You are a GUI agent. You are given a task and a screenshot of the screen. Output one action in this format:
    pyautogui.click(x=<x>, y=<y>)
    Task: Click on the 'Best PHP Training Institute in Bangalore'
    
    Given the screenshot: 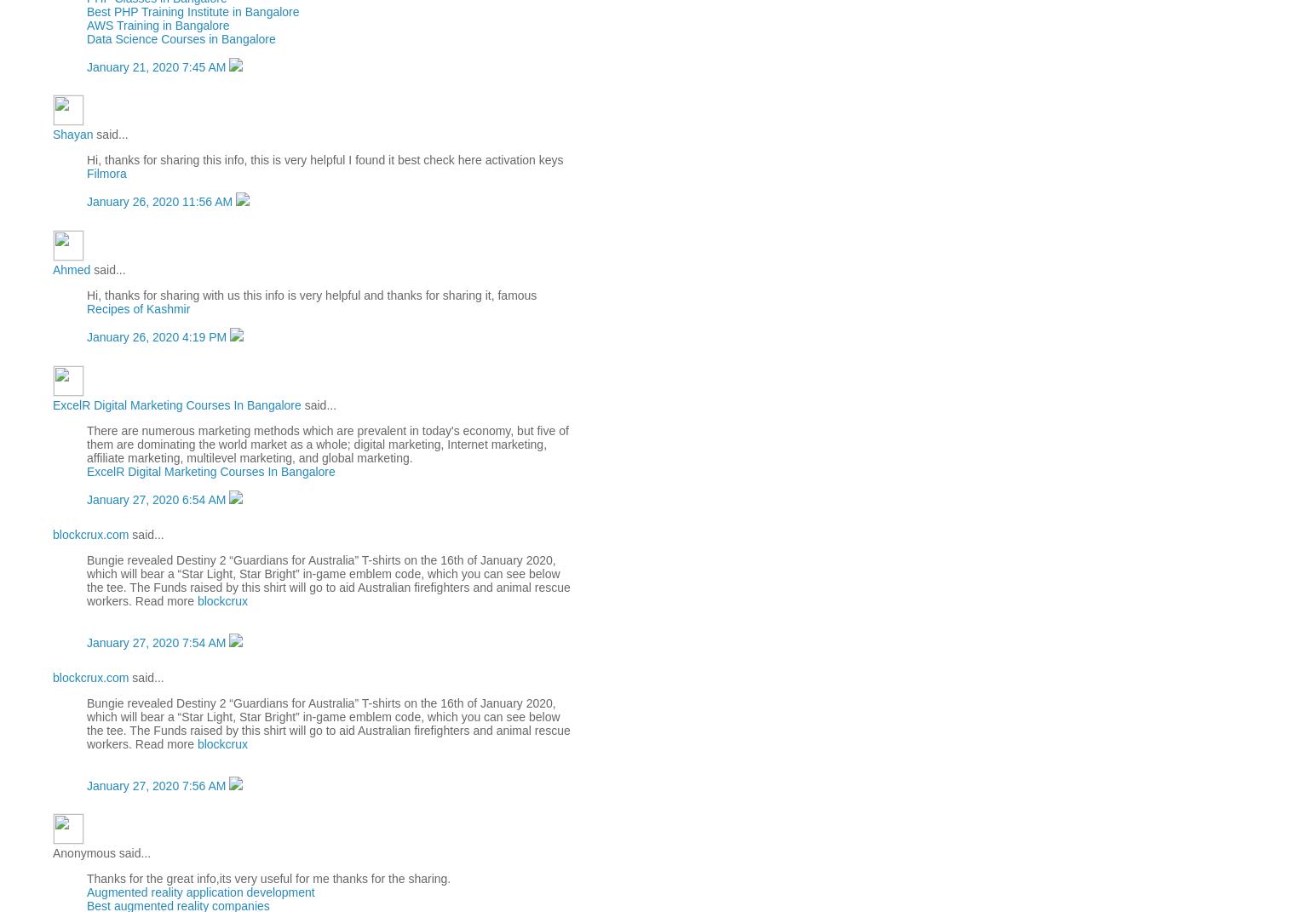 What is the action you would take?
    pyautogui.click(x=193, y=9)
    